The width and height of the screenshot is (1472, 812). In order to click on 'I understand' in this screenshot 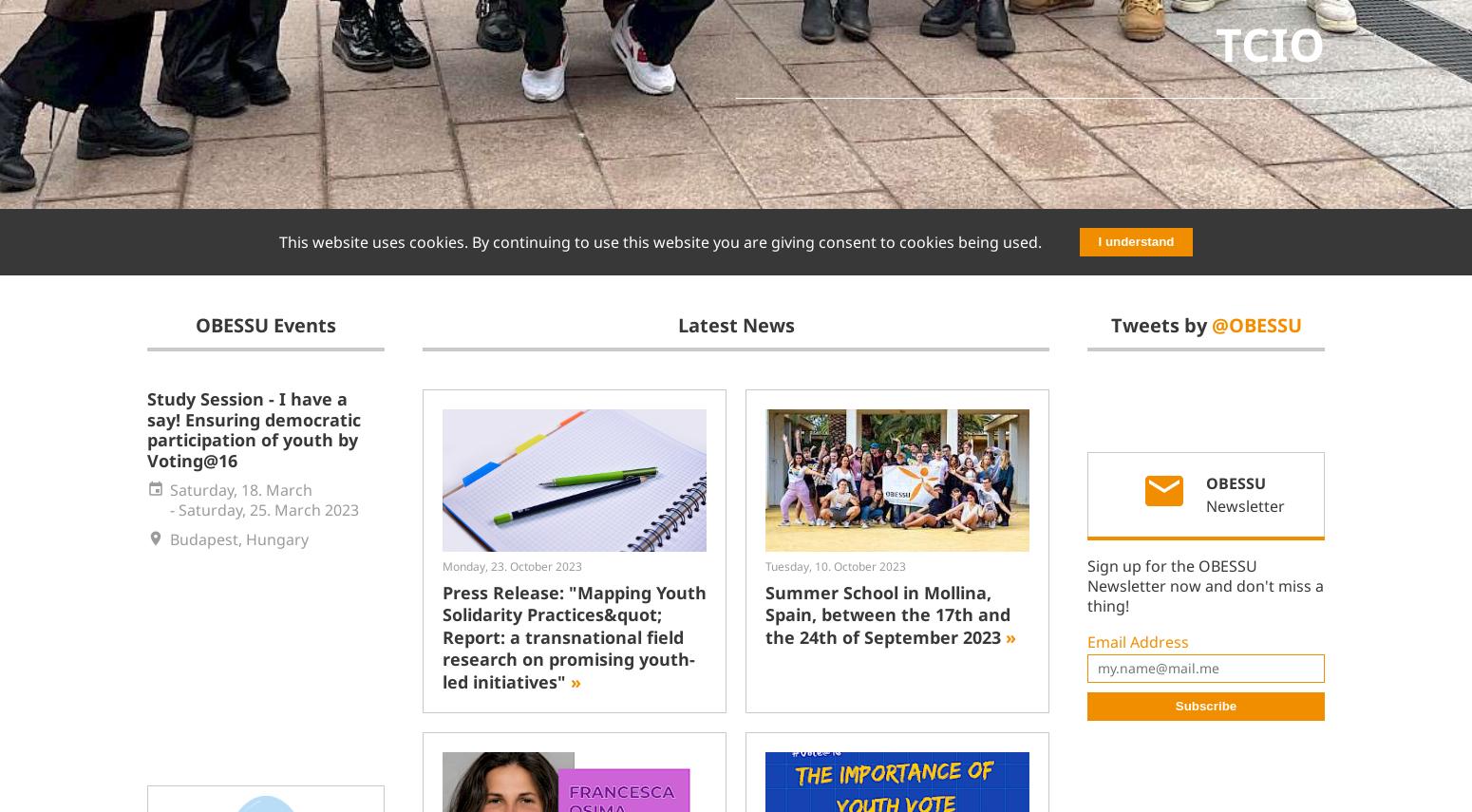, I will do `click(1135, 240)`.